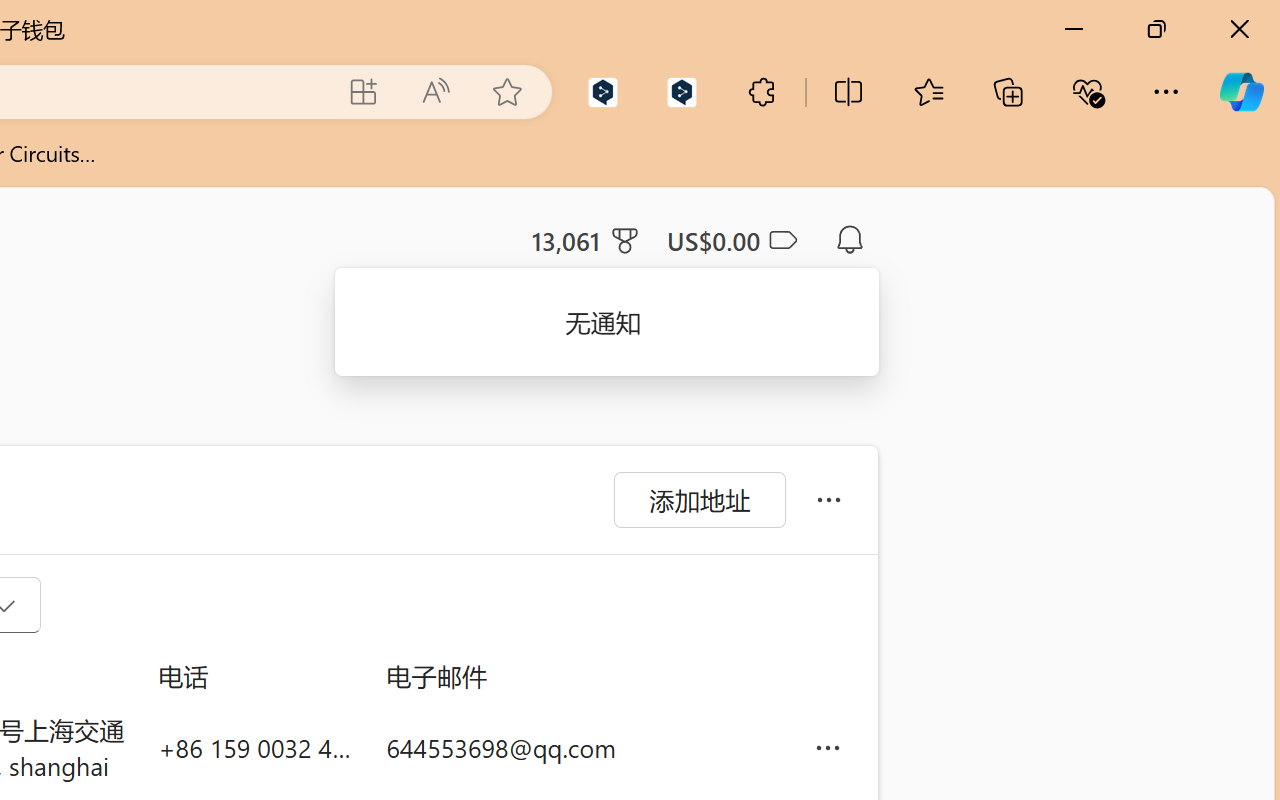 This screenshot has height=800, width=1280. Describe the element at coordinates (1240, 91) in the screenshot. I see `'Copilot (Ctrl+Shift+.)'` at that location.